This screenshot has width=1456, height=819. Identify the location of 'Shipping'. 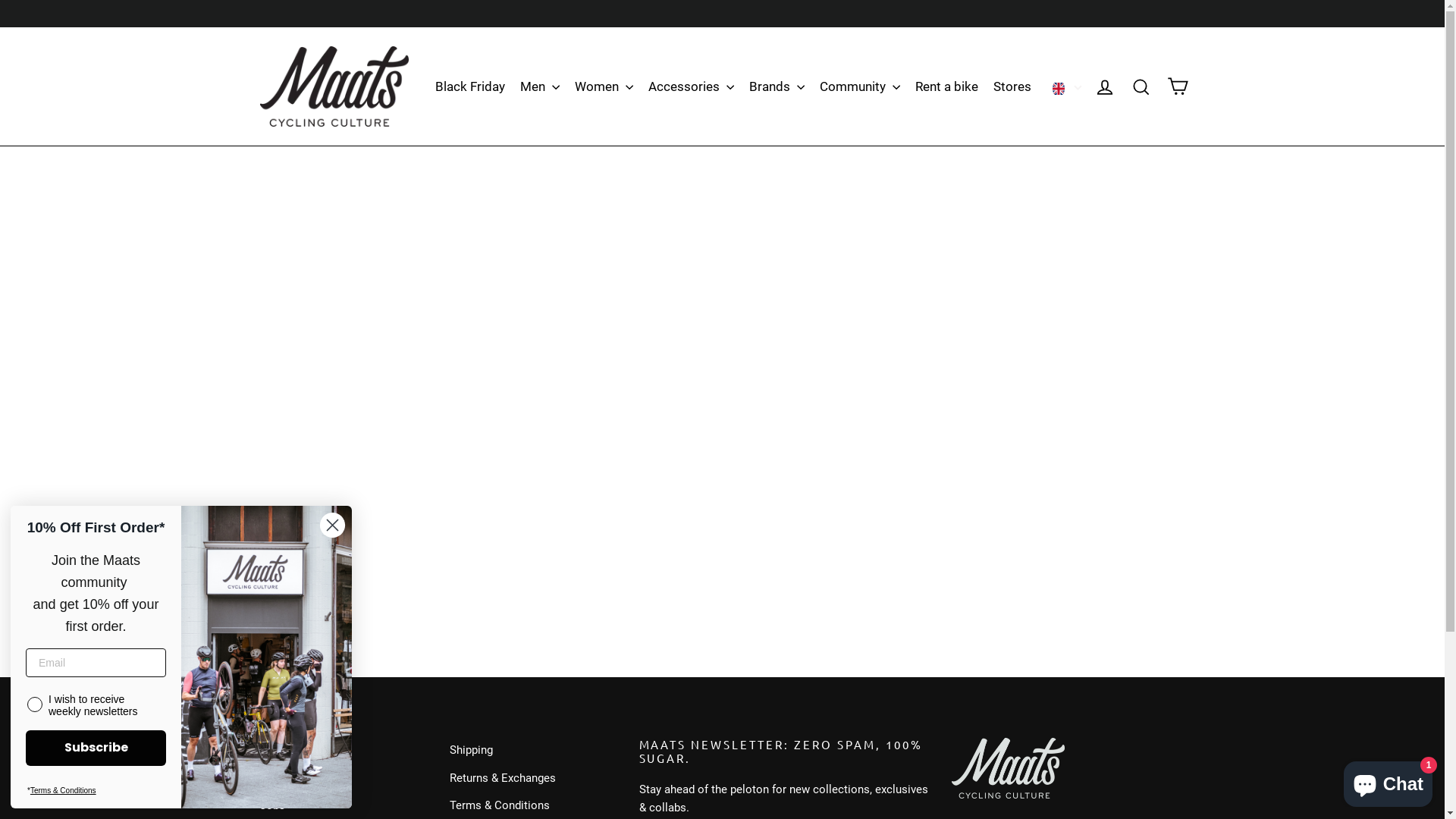
(532, 748).